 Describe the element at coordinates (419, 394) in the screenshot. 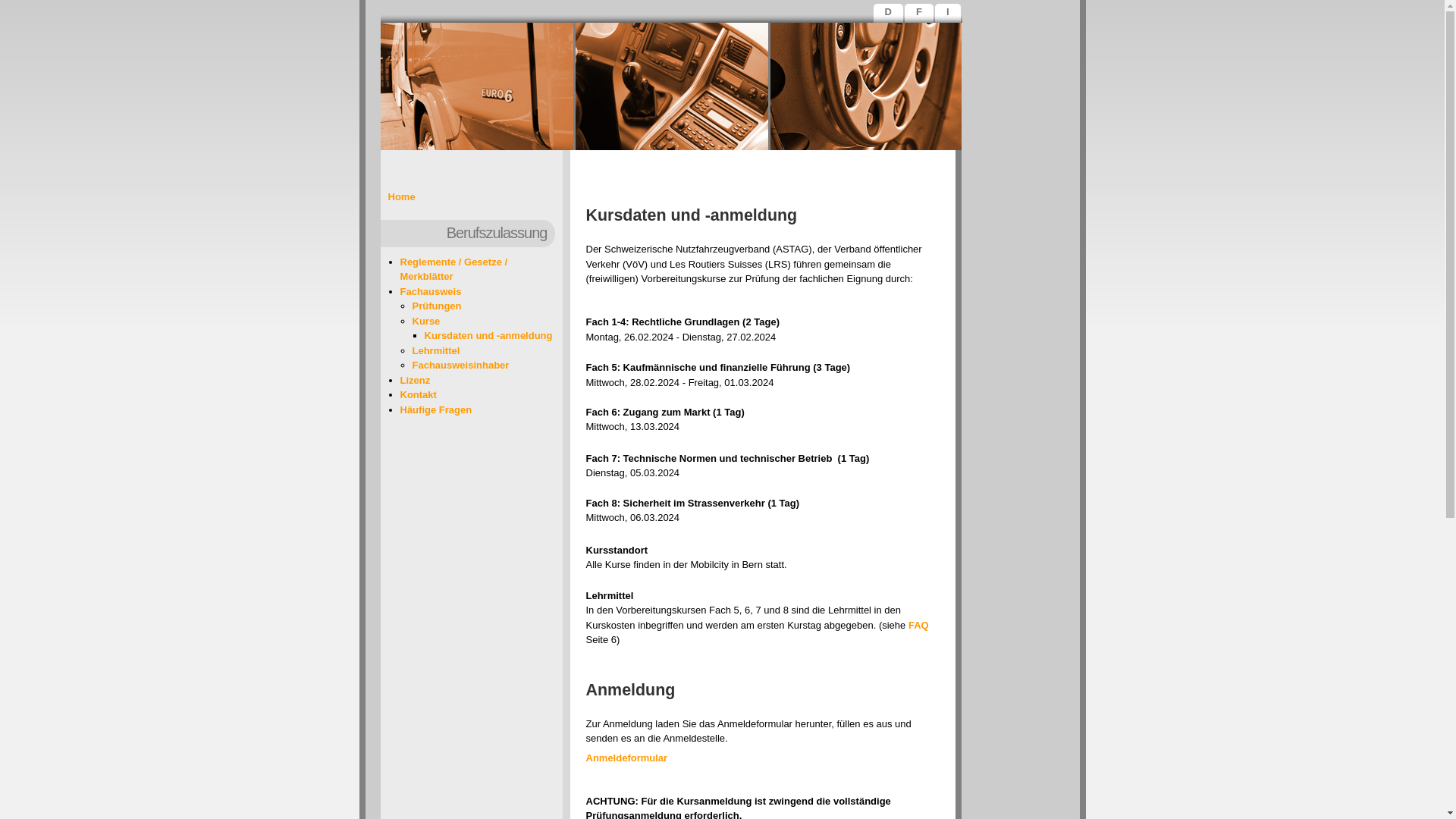

I see `'Kontakt'` at that location.